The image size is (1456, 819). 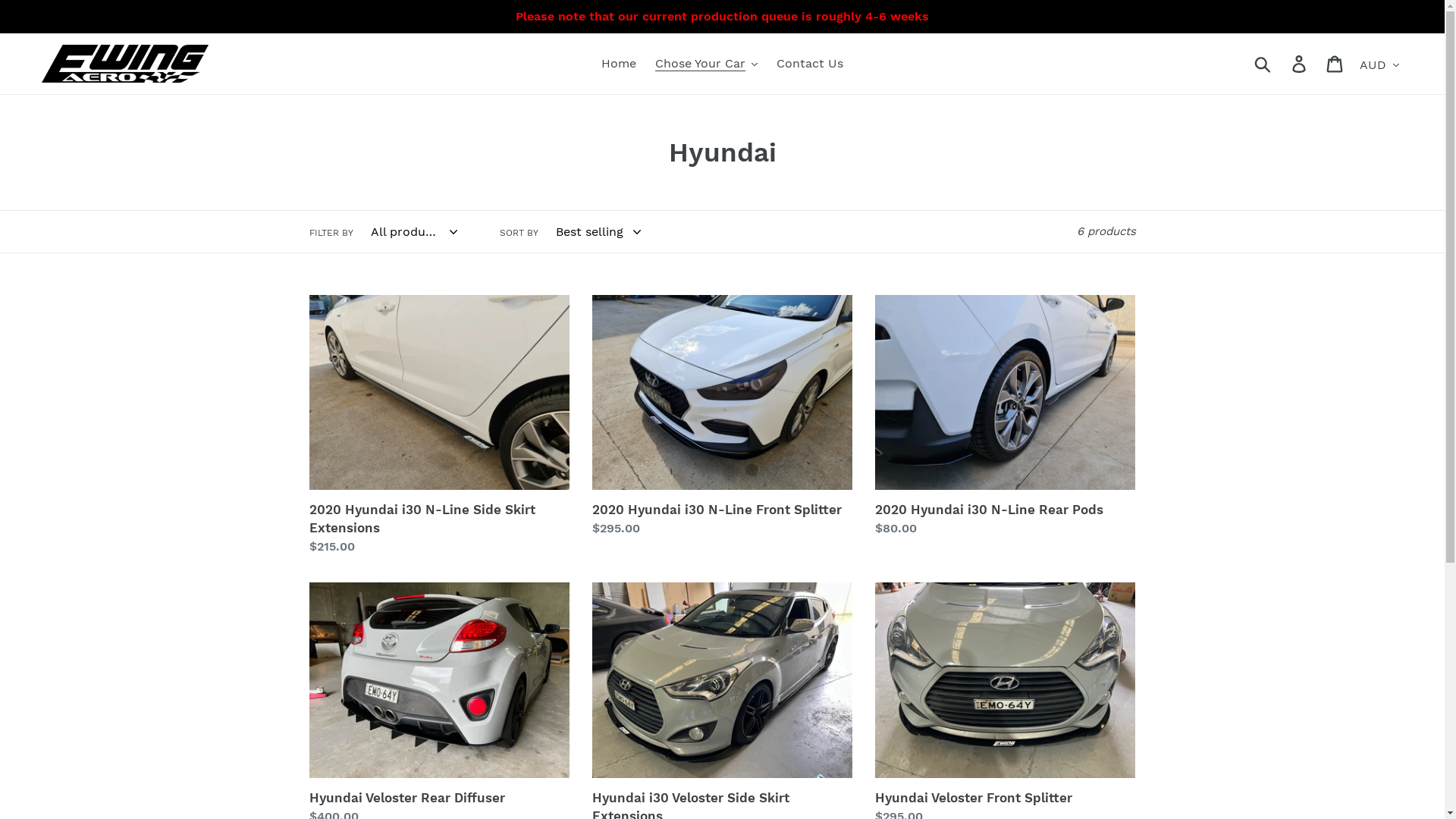 What do you see at coordinates (808, 63) in the screenshot?
I see `'Contact Us'` at bounding box center [808, 63].